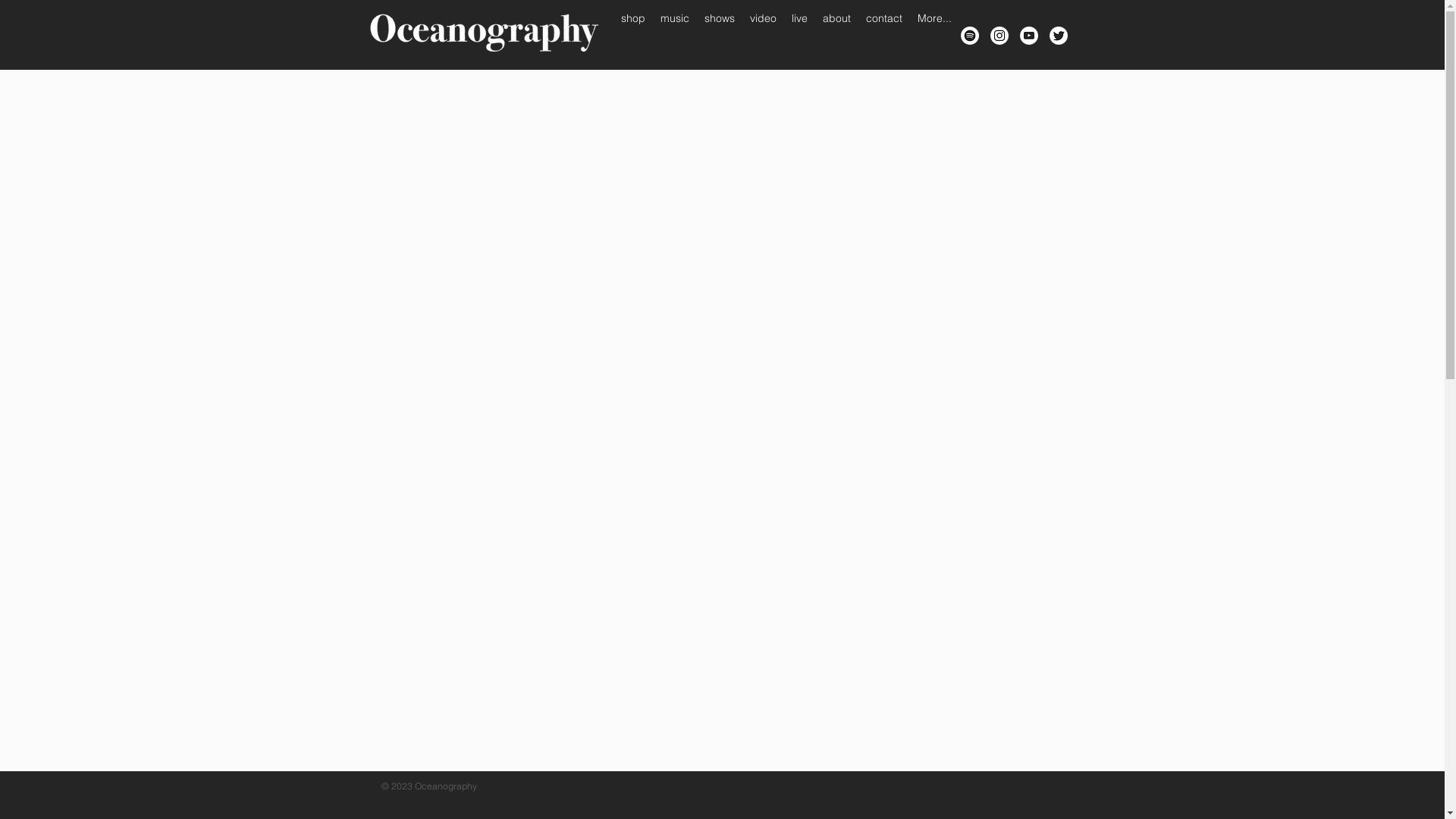  What do you see at coordinates (742, 34) in the screenshot?
I see `'video'` at bounding box center [742, 34].